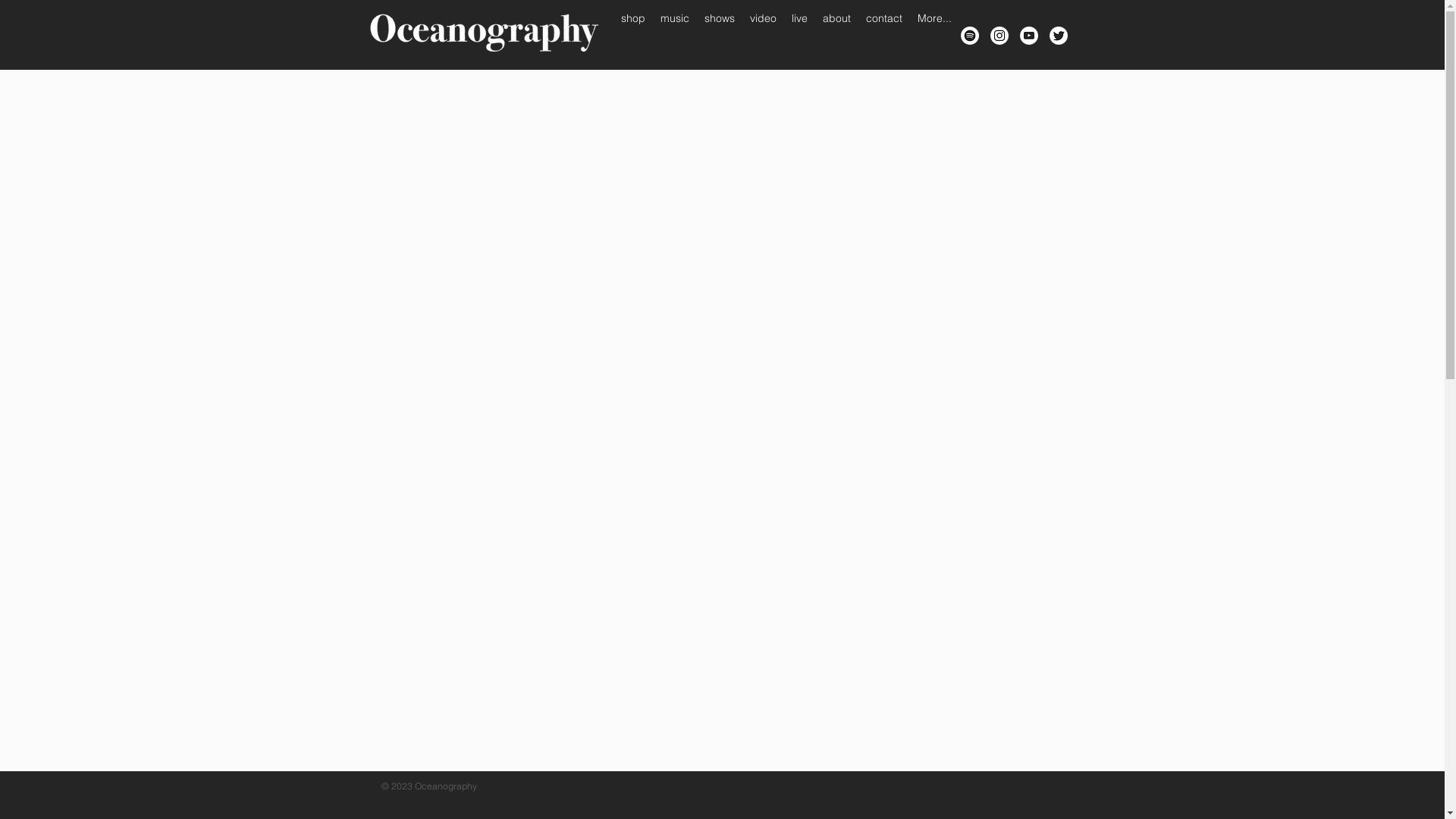  What do you see at coordinates (742, 34) in the screenshot?
I see `'video'` at bounding box center [742, 34].